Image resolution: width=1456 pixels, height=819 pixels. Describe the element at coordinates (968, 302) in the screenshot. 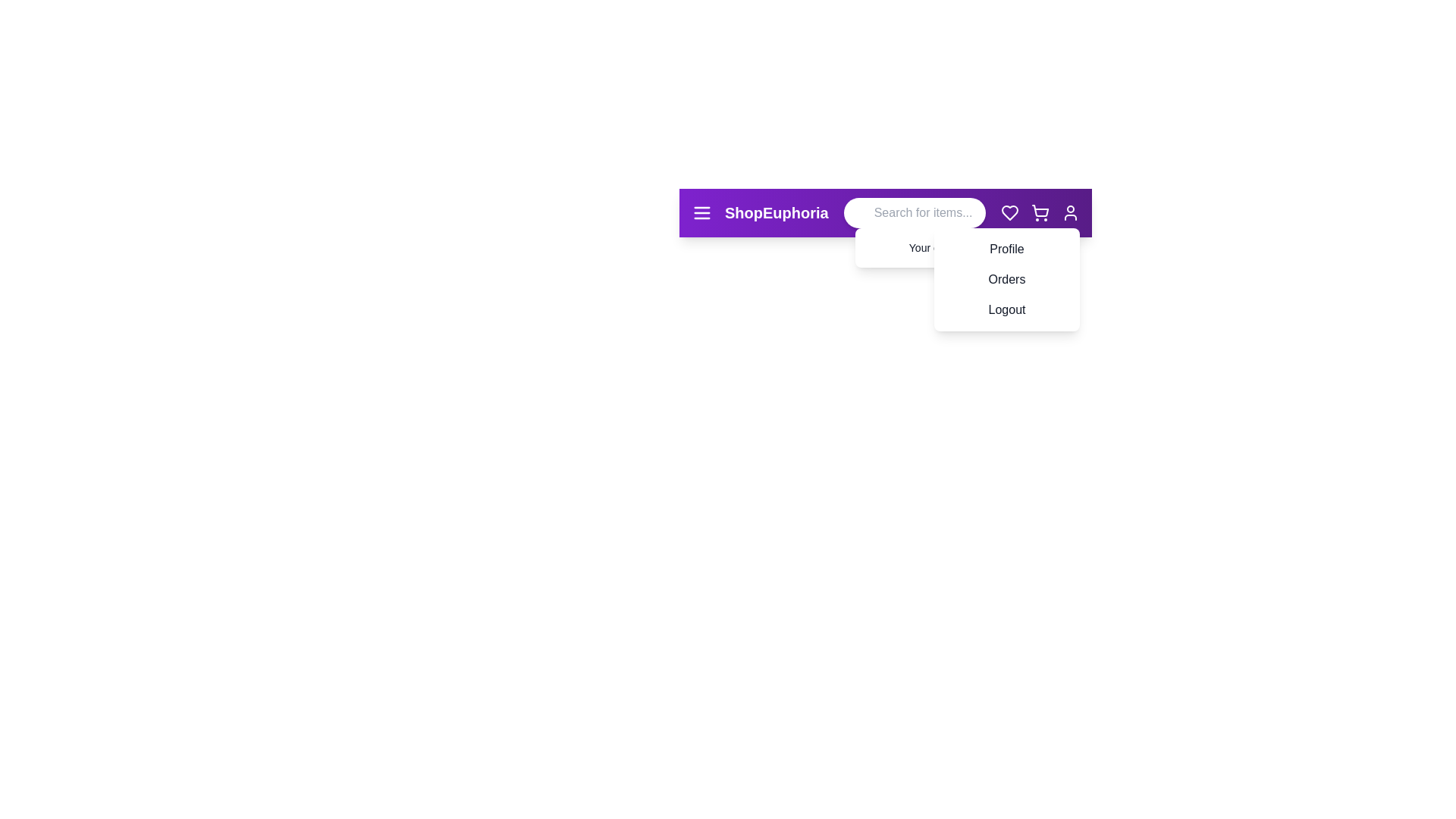

I see `the Logout from the user menu` at that location.